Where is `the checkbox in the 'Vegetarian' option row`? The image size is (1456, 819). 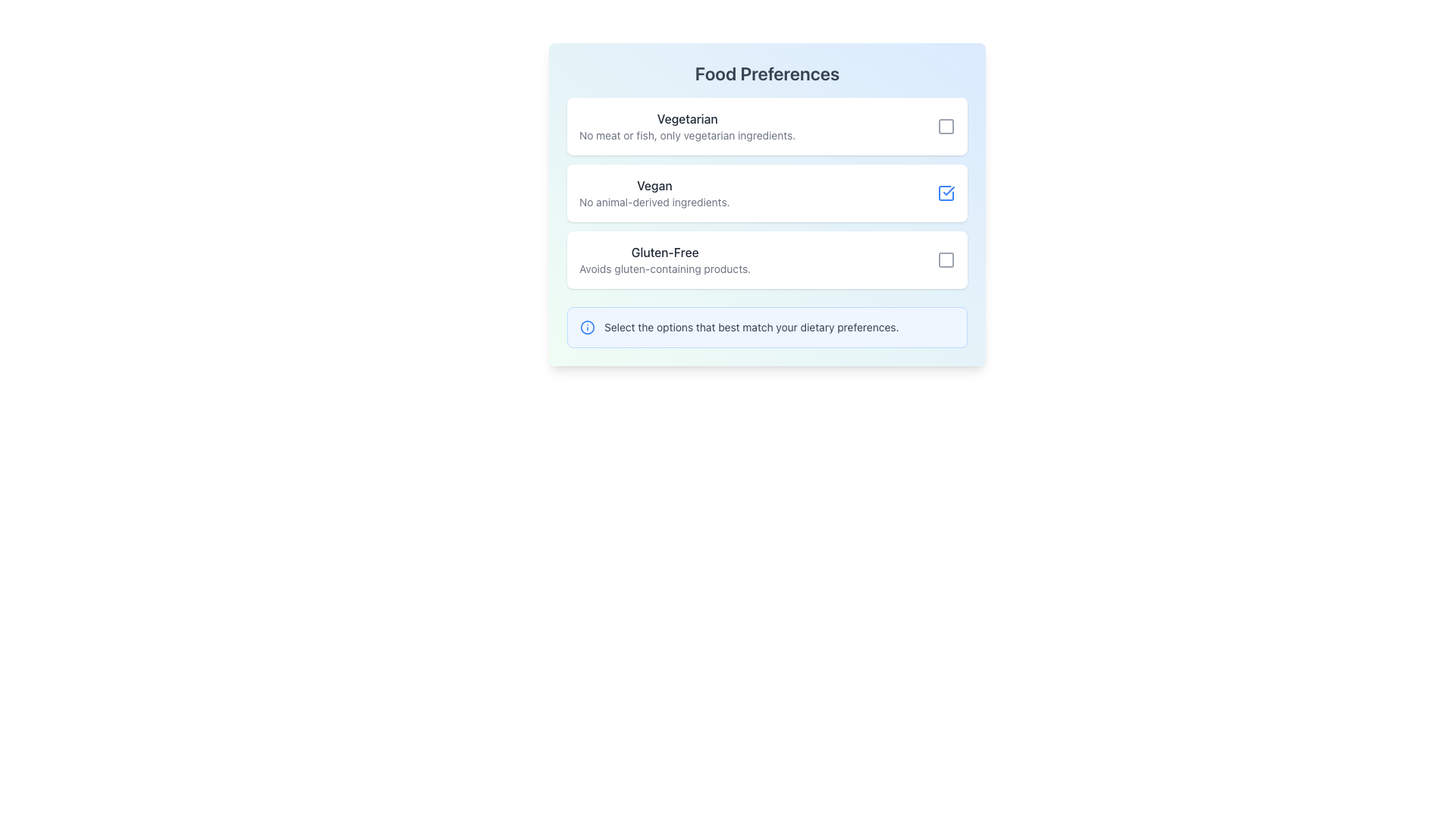
the checkbox in the 'Vegetarian' option row is located at coordinates (946, 125).